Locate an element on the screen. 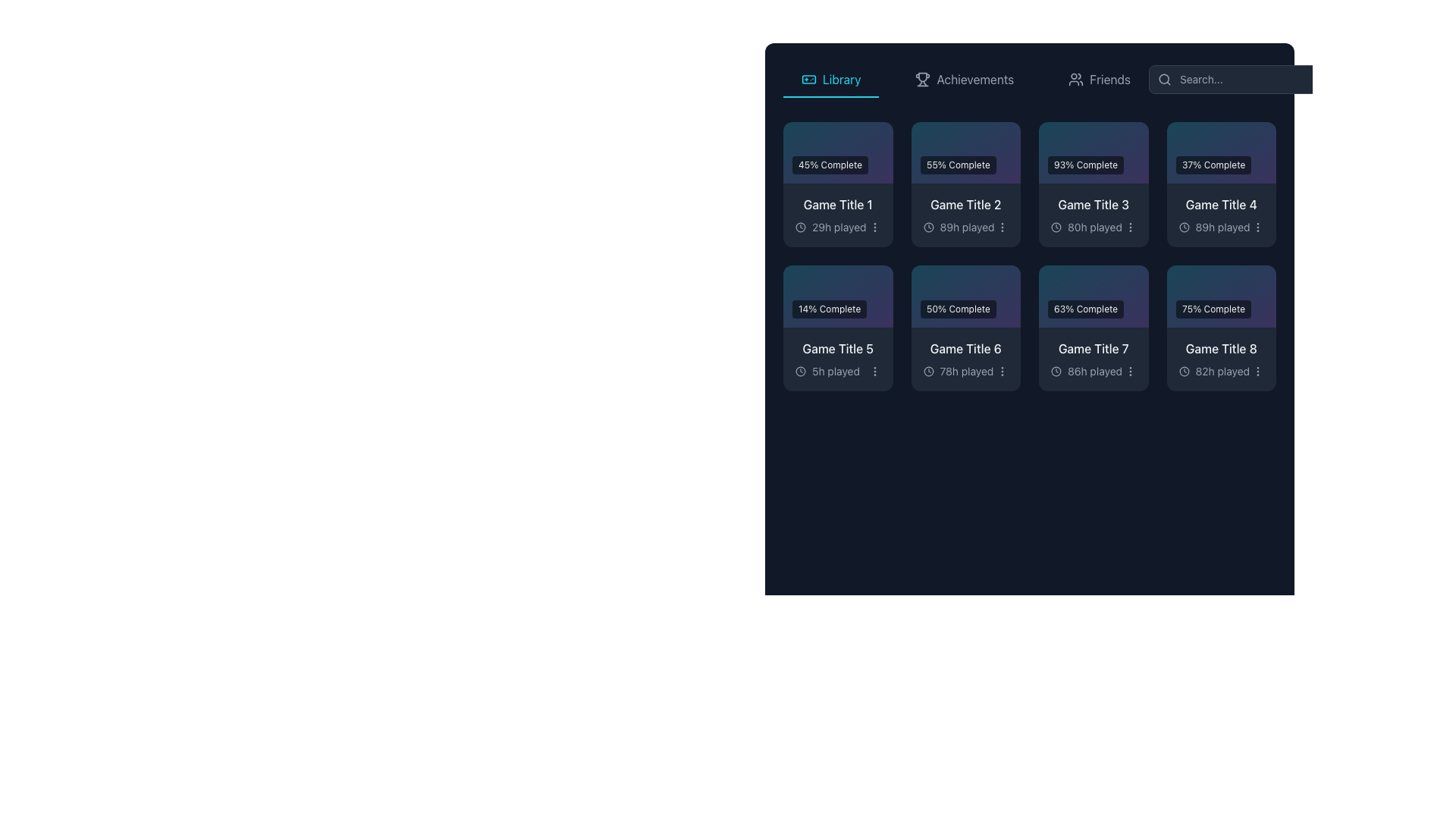  text content of the progress indicator label located in the bottom-left corner of the grid item containing game information is located at coordinates (829, 165).